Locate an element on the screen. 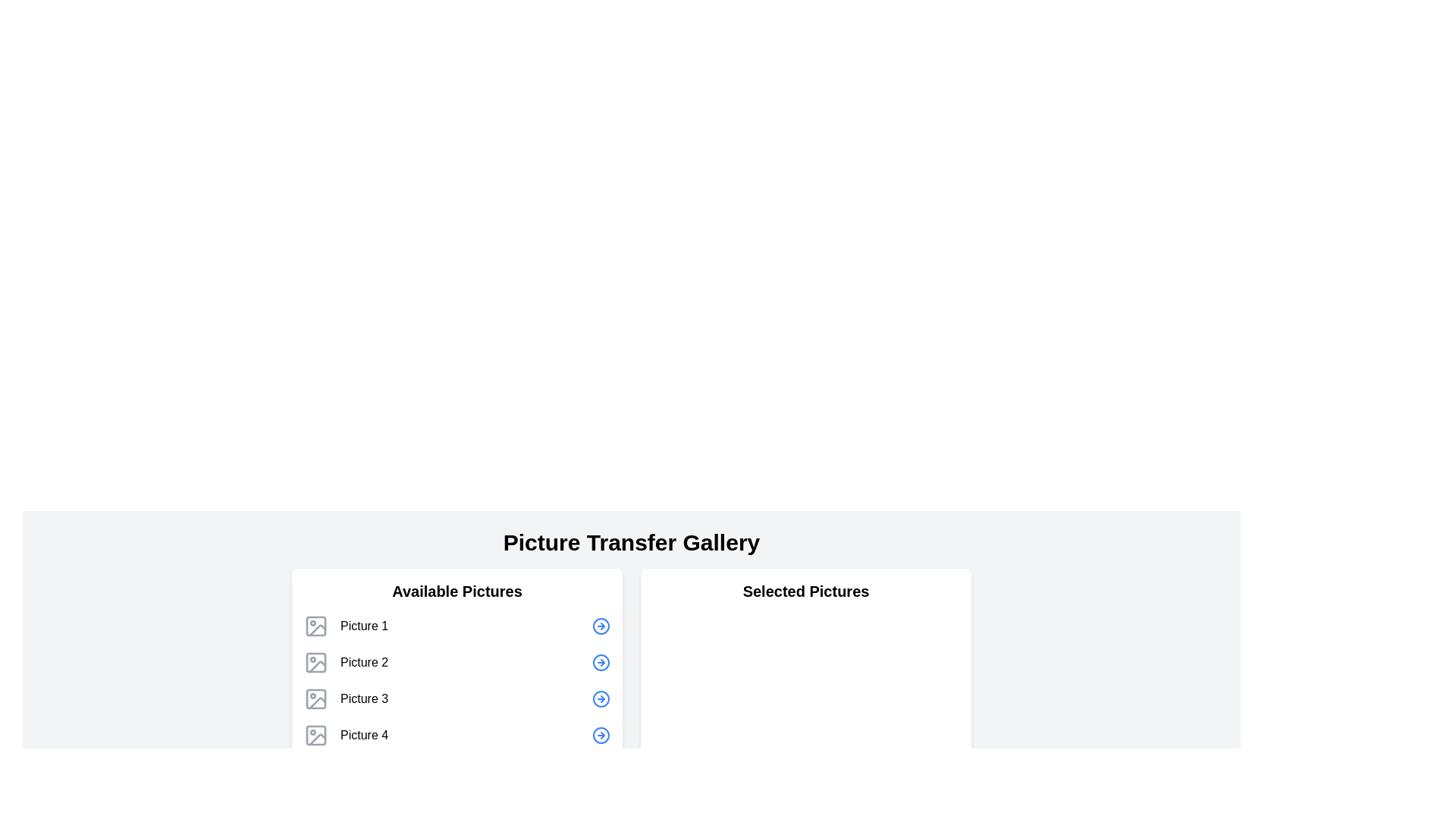 This screenshot has height=819, width=1456. properties of the icon representing 'Picture 4' located to the left of the text in the 'Available Pictures' section is located at coordinates (315, 734).